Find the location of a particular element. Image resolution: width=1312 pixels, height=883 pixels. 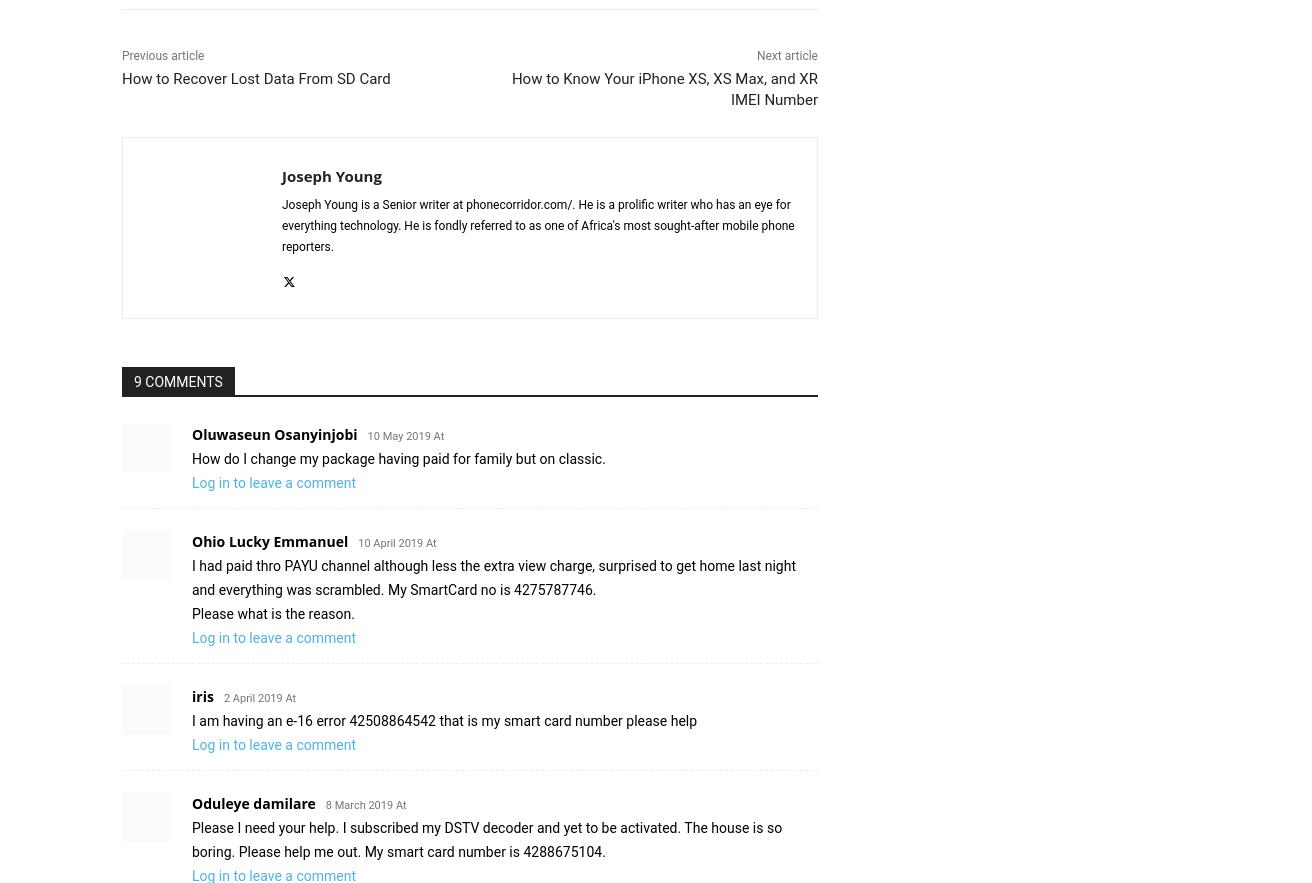

'8 March 2019						    At' is located at coordinates (365, 804).